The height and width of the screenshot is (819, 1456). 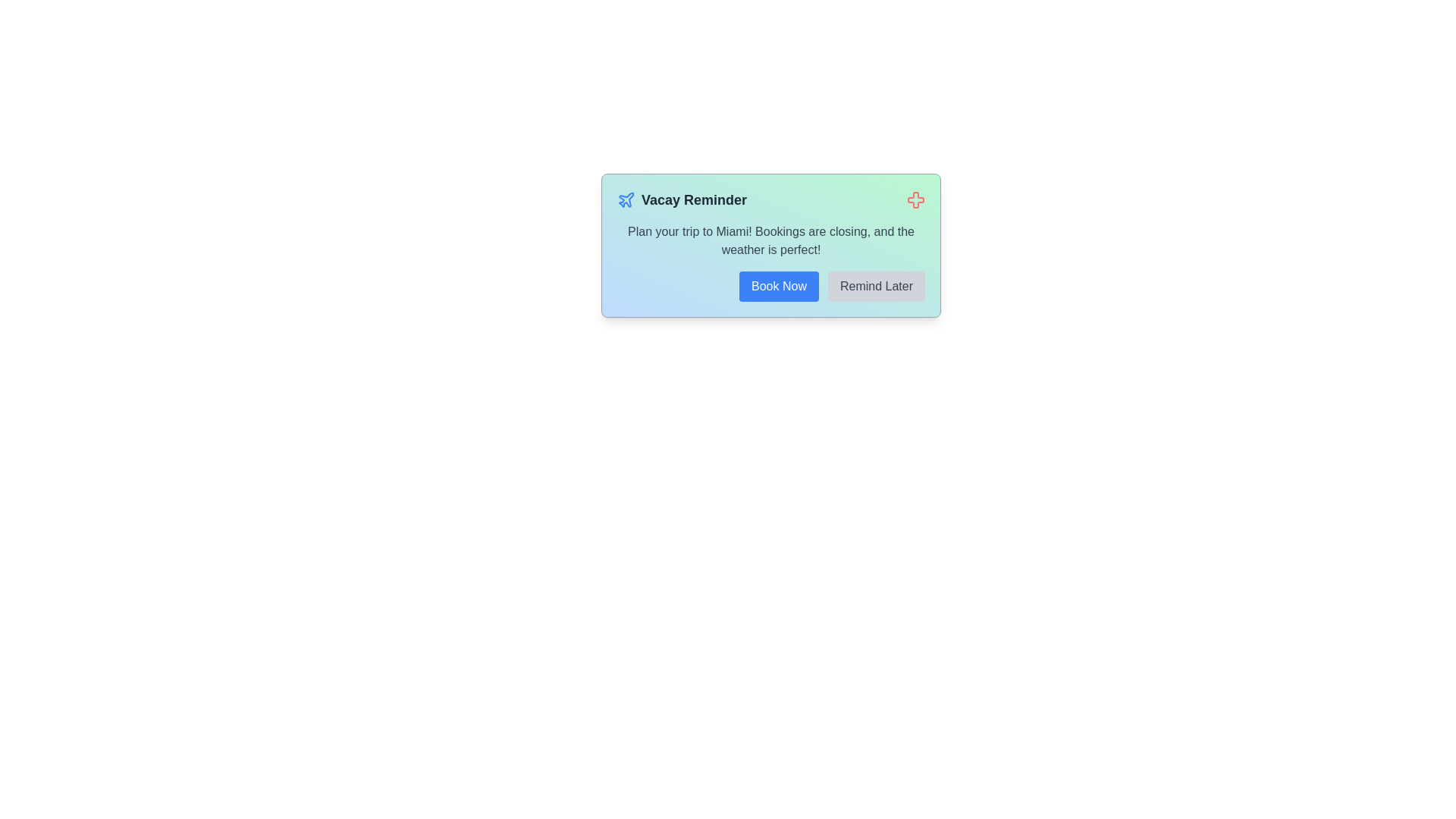 What do you see at coordinates (626, 199) in the screenshot?
I see `the blue plane-shaped icon located to the left of the text 'Vacay Reminder' in the notification box` at bounding box center [626, 199].